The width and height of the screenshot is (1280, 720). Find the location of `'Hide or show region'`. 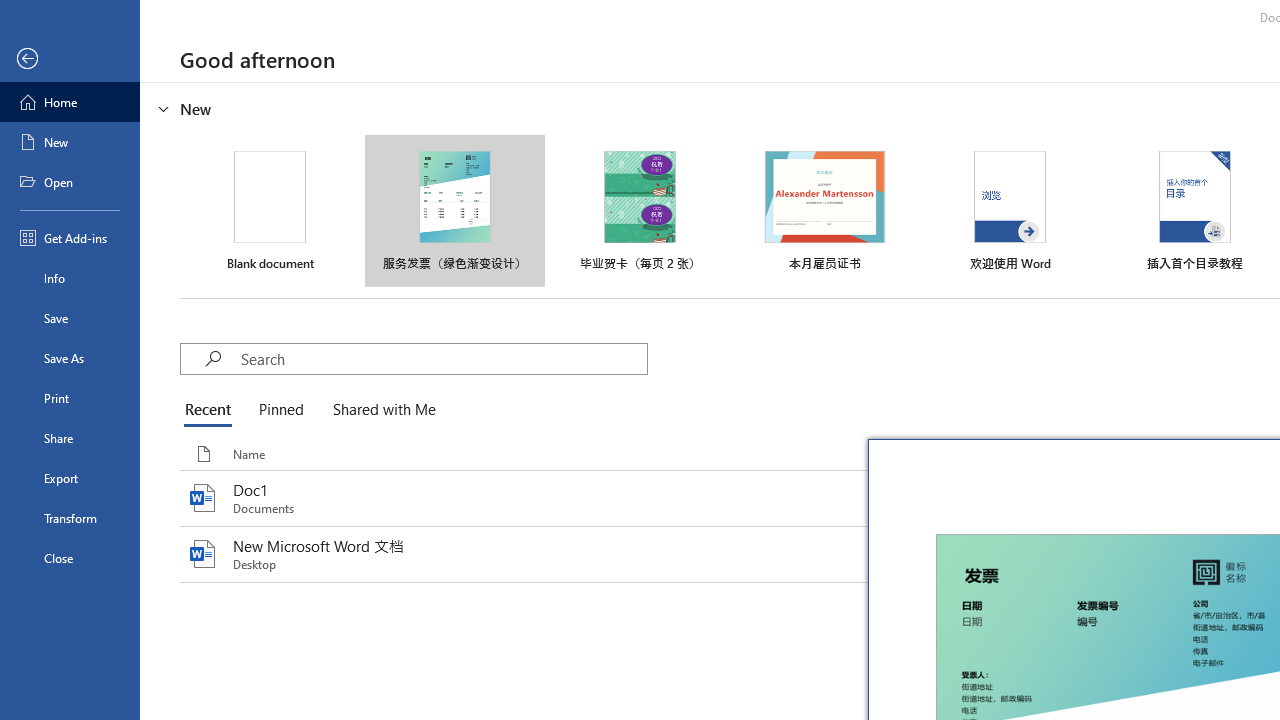

'Hide or show region' is located at coordinates (164, 109).